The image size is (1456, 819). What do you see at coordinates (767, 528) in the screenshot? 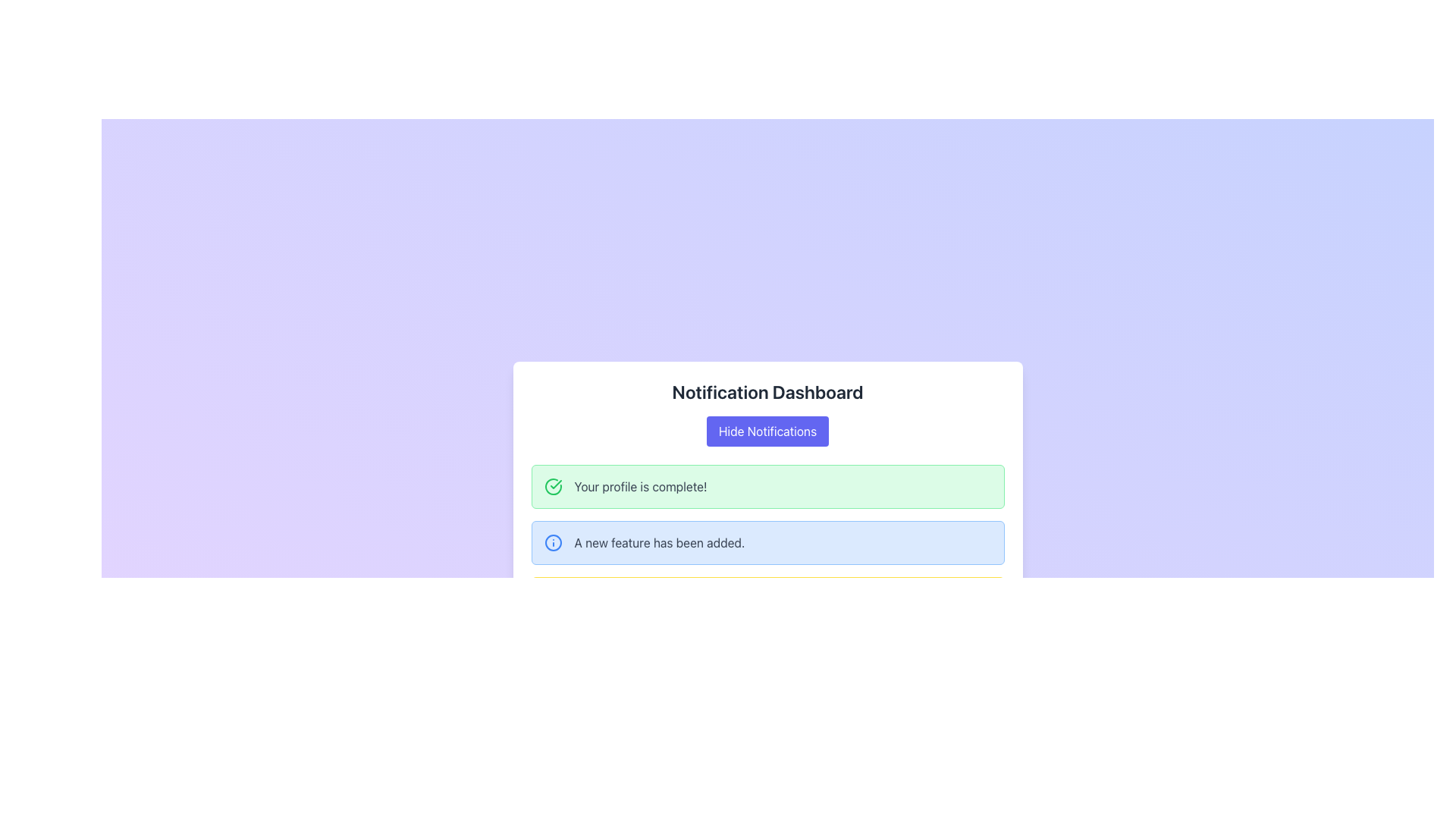
I see `the second notification card within the 'Notification Dashboard', which is a non-interactive display informing the user about a new feature` at bounding box center [767, 528].